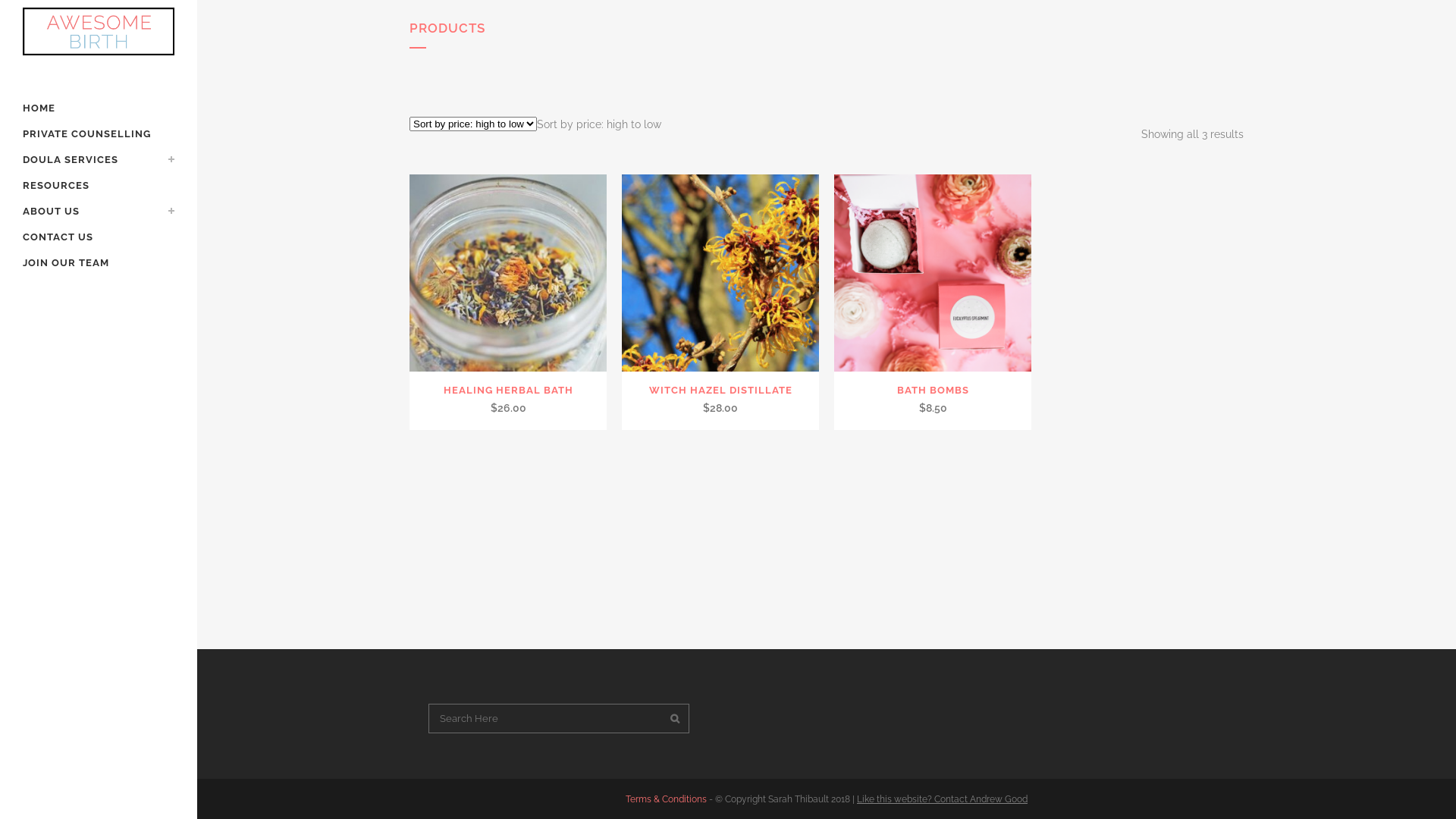 The width and height of the screenshot is (1456, 819). What do you see at coordinates (97, 160) in the screenshot?
I see `'DOULA SERVICES'` at bounding box center [97, 160].